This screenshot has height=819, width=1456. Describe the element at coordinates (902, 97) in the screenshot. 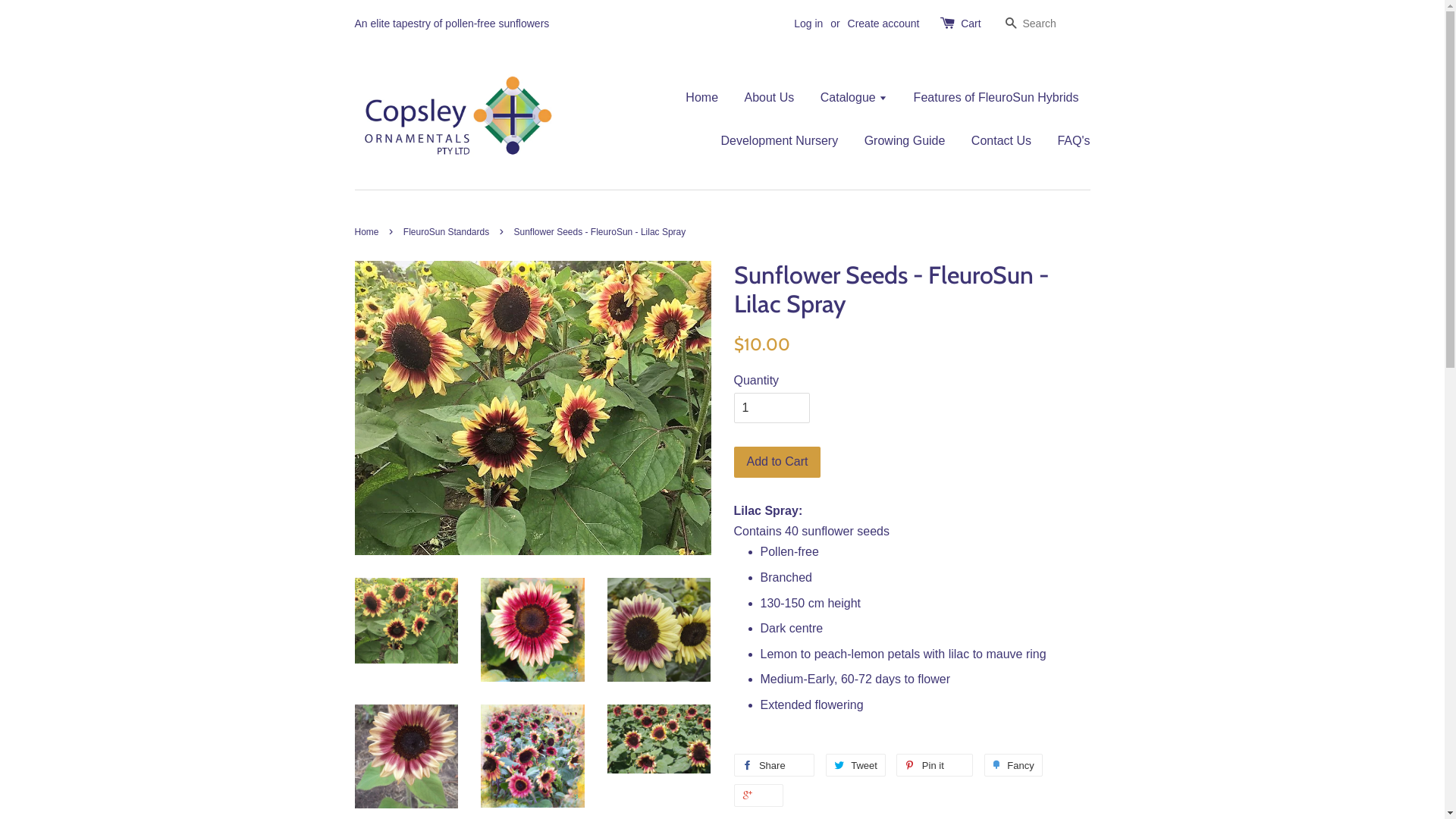

I see `'Features of FleuroSun Hybrids'` at that location.